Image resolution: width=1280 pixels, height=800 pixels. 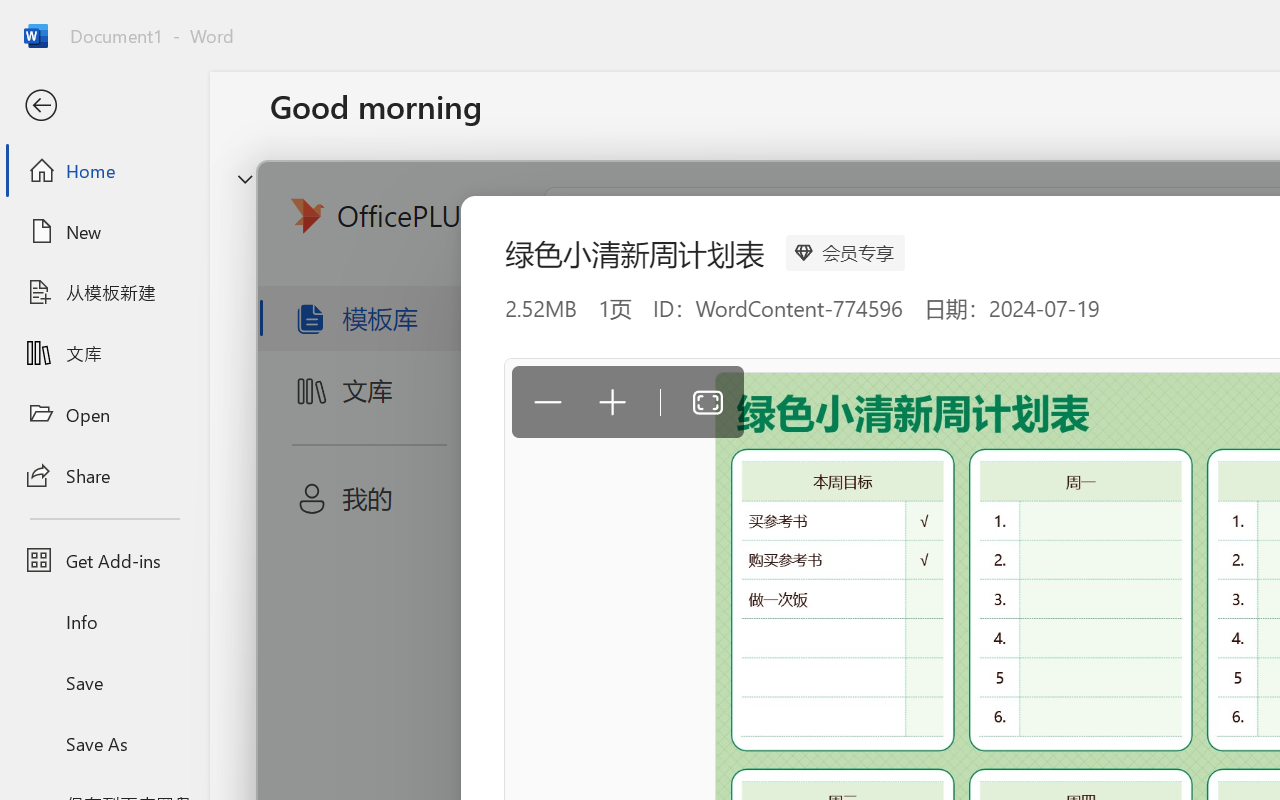 What do you see at coordinates (103, 743) in the screenshot?
I see `'Save As'` at bounding box center [103, 743].